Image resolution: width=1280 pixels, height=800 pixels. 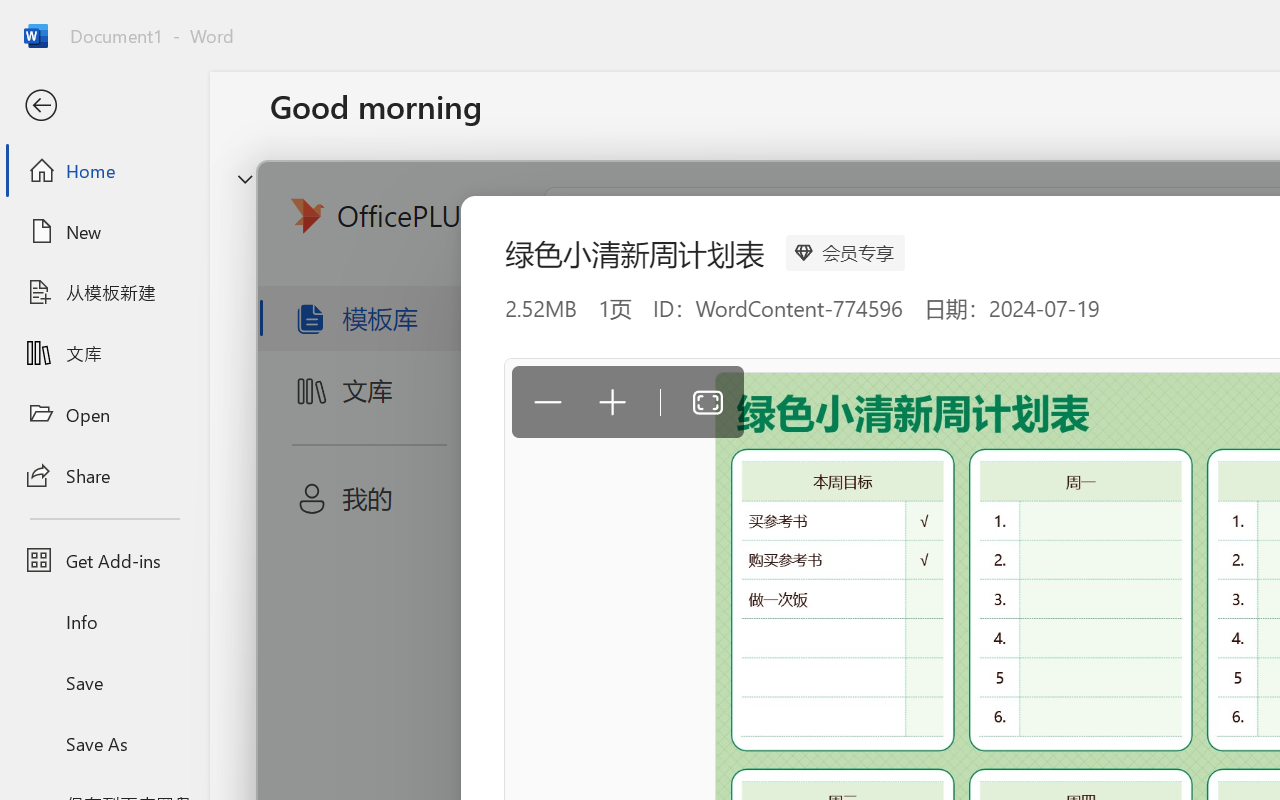 What do you see at coordinates (103, 743) in the screenshot?
I see `'Save As'` at bounding box center [103, 743].